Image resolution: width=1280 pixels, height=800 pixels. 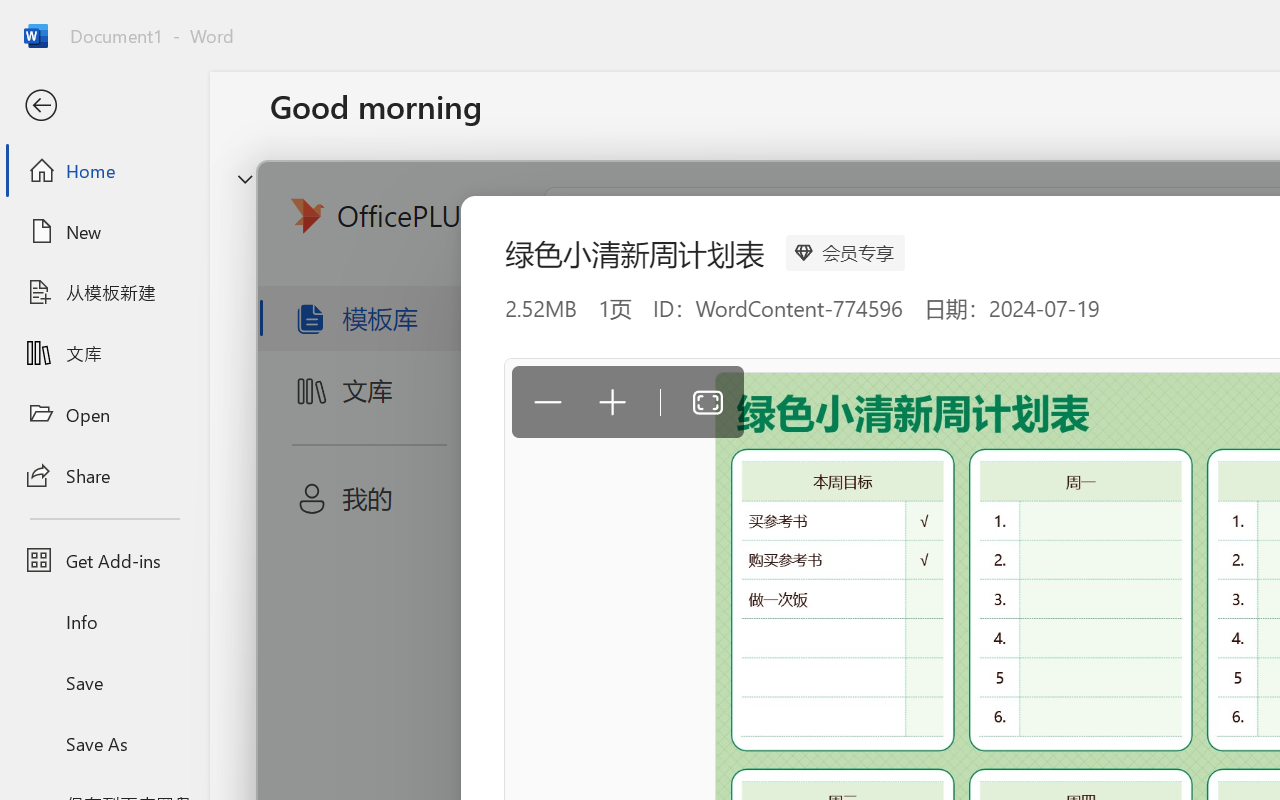 What do you see at coordinates (103, 743) in the screenshot?
I see `'Save As'` at bounding box center [103, 743].